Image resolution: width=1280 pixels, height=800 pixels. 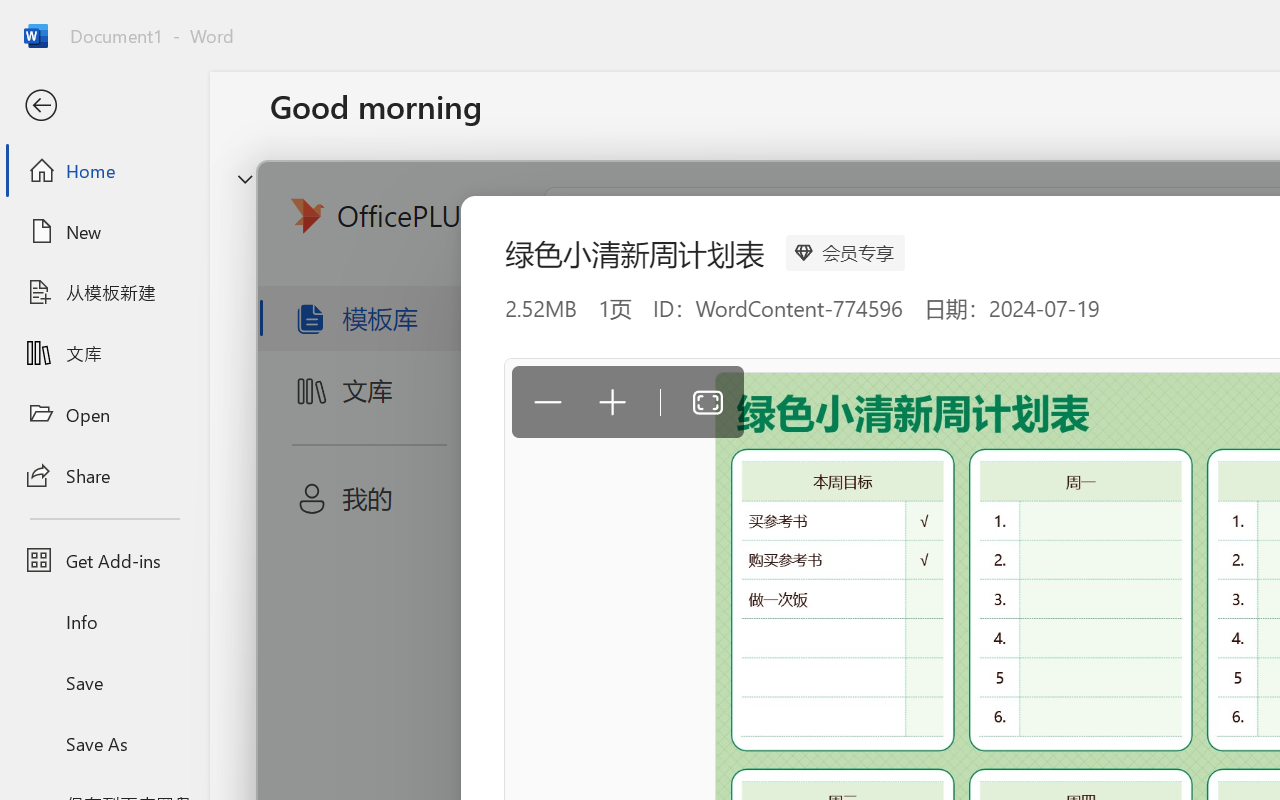 What do you see at coordinates (103, 743) in the screenshot?
I see `'Save As'` at bounding box center [103, 743].